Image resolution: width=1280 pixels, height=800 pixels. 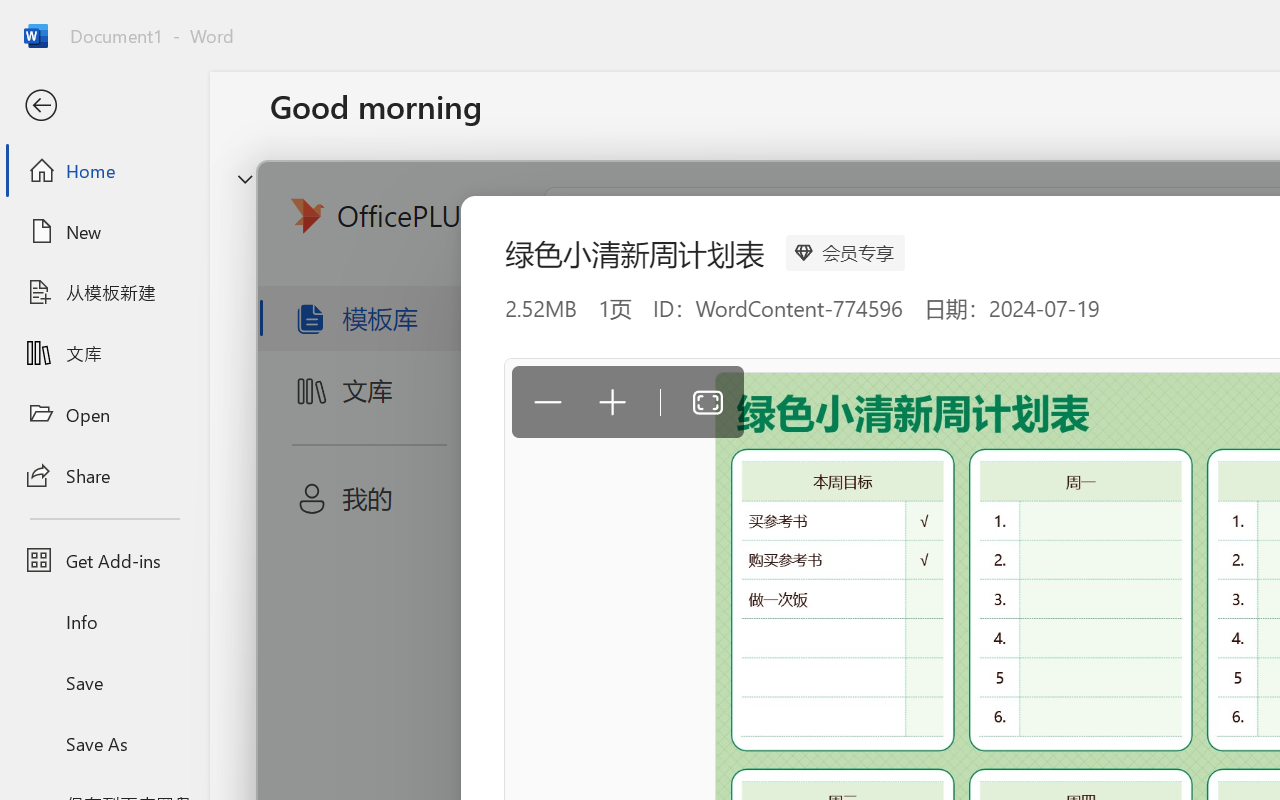 What do you see at coordinates (103, 743) in the screenshot?
I see `'Save As'` at bounding box center [103, 743].